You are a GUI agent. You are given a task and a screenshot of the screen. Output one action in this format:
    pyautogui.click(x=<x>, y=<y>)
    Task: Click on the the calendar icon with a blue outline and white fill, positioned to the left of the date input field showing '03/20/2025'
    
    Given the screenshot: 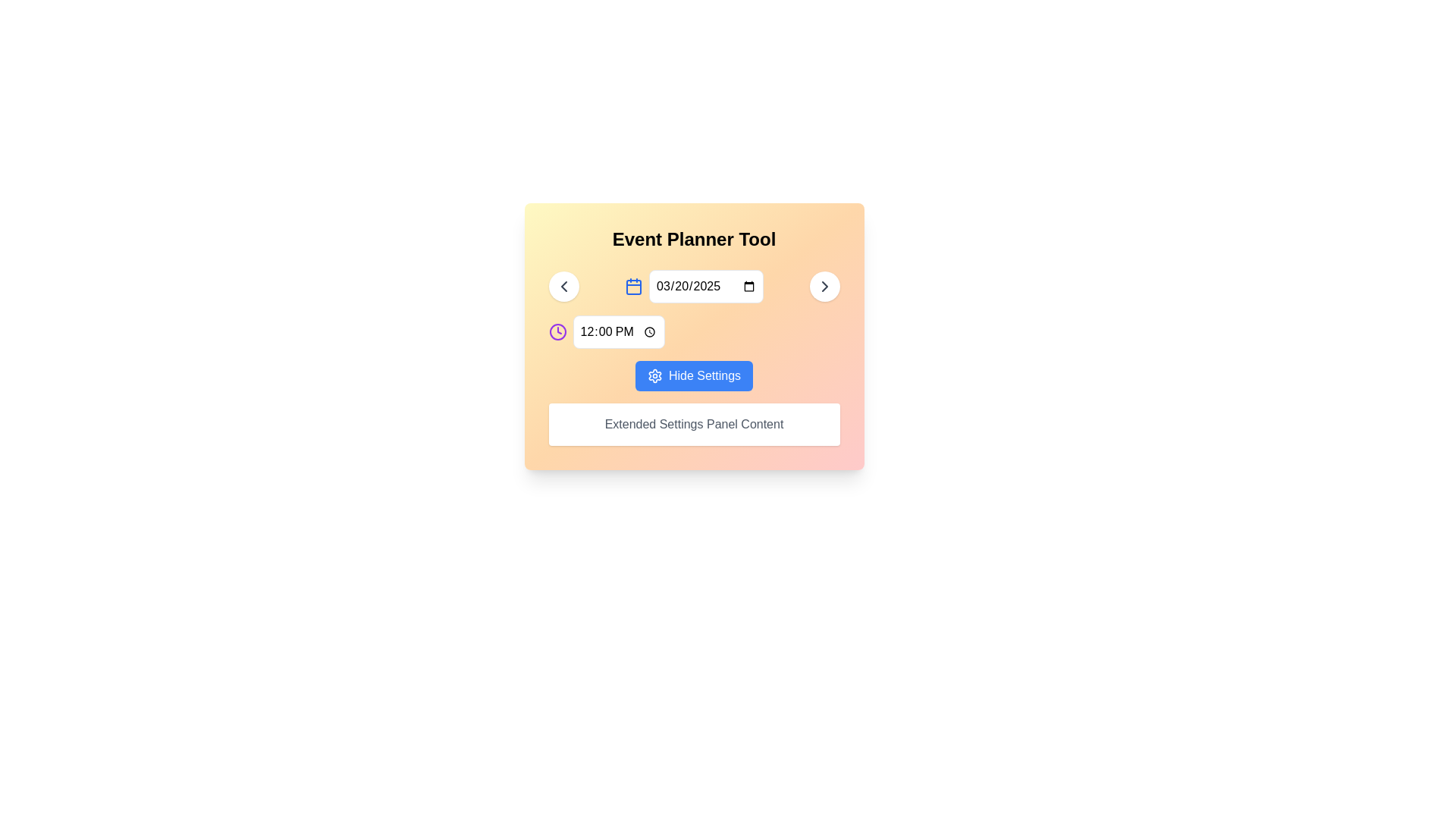 What is the action you would take?
    pyautogui.click(x=633, y=287)
    